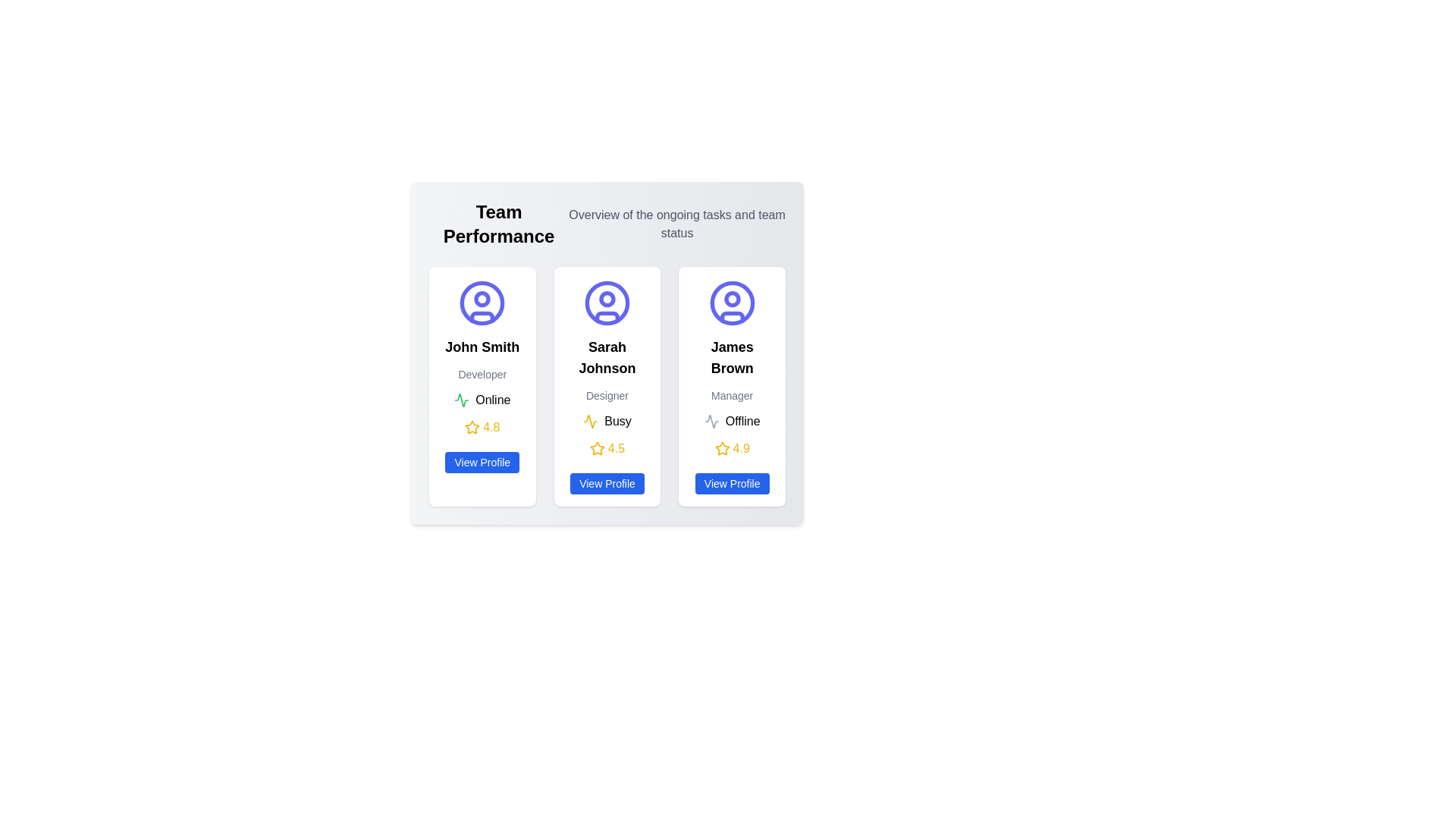 The height and width of the screenshot is (819, 1456). Describe the element at coordinates (732, 303) in the screenshot. I see `the circular outline of the user profile icon located on the third card labeled 'James Brown Manager' in the profile card list` at that location.